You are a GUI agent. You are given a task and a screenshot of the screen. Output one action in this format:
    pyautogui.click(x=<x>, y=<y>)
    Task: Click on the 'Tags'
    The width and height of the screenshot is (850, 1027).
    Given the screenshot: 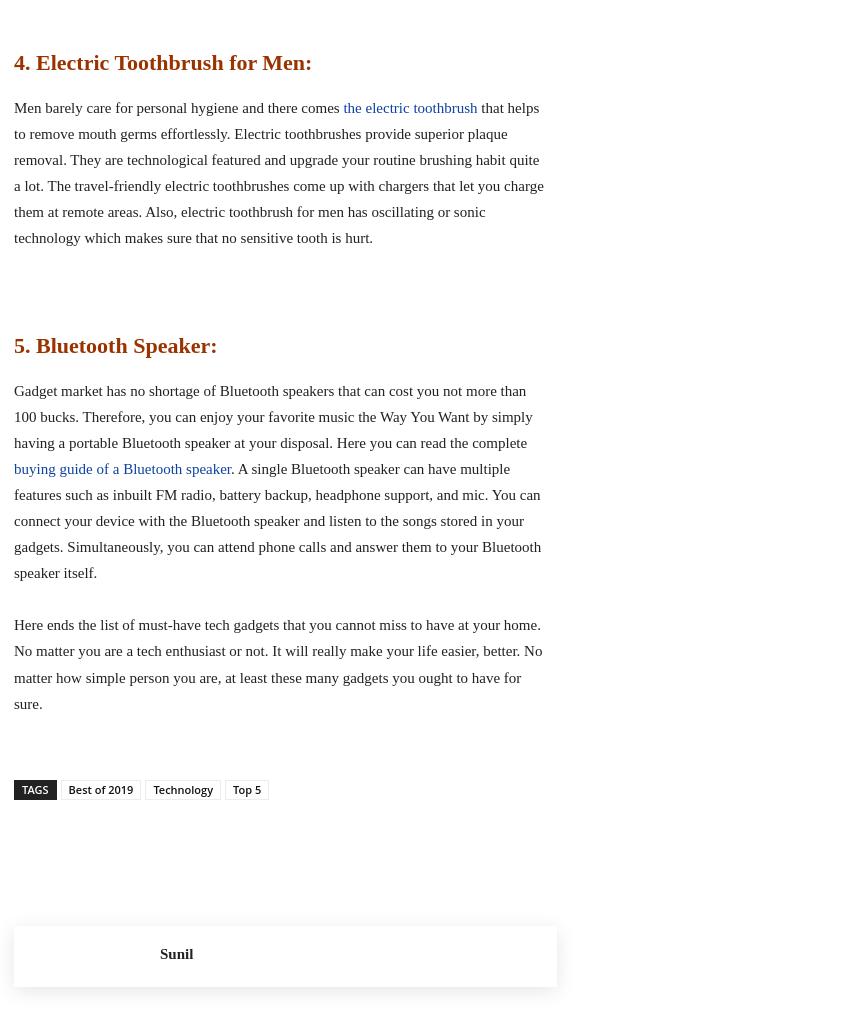 What is the action you would take?
    pyautogui.click(x=34, y=787)
    